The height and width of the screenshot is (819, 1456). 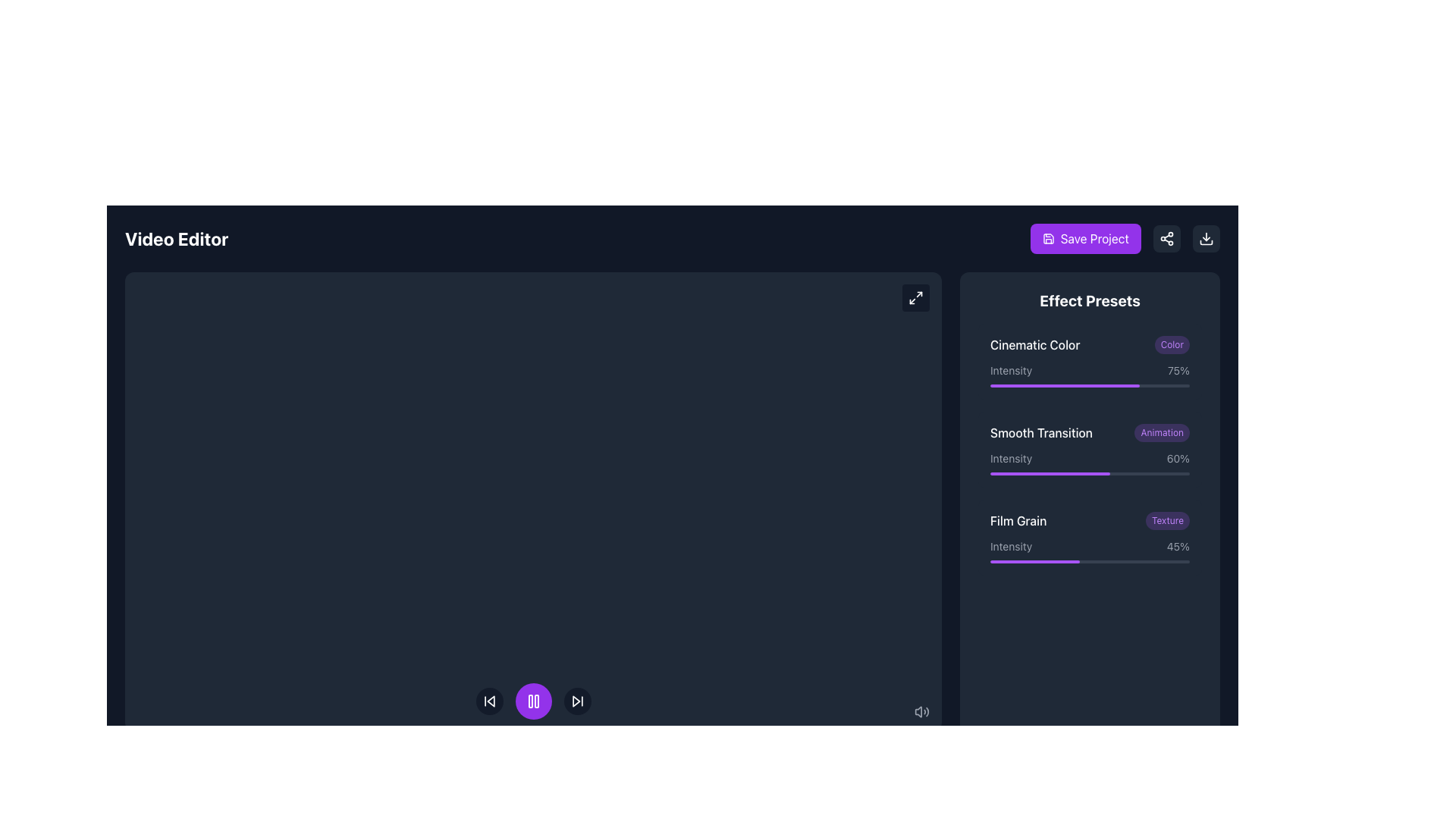 What do you see at coordinates (1089, 432) in the screenshot?
I see `information displayed on the 'Smooth Transition' label located in the 'Effect Presets' section, which is the second item in the list` at bounding box center [1089, 432].